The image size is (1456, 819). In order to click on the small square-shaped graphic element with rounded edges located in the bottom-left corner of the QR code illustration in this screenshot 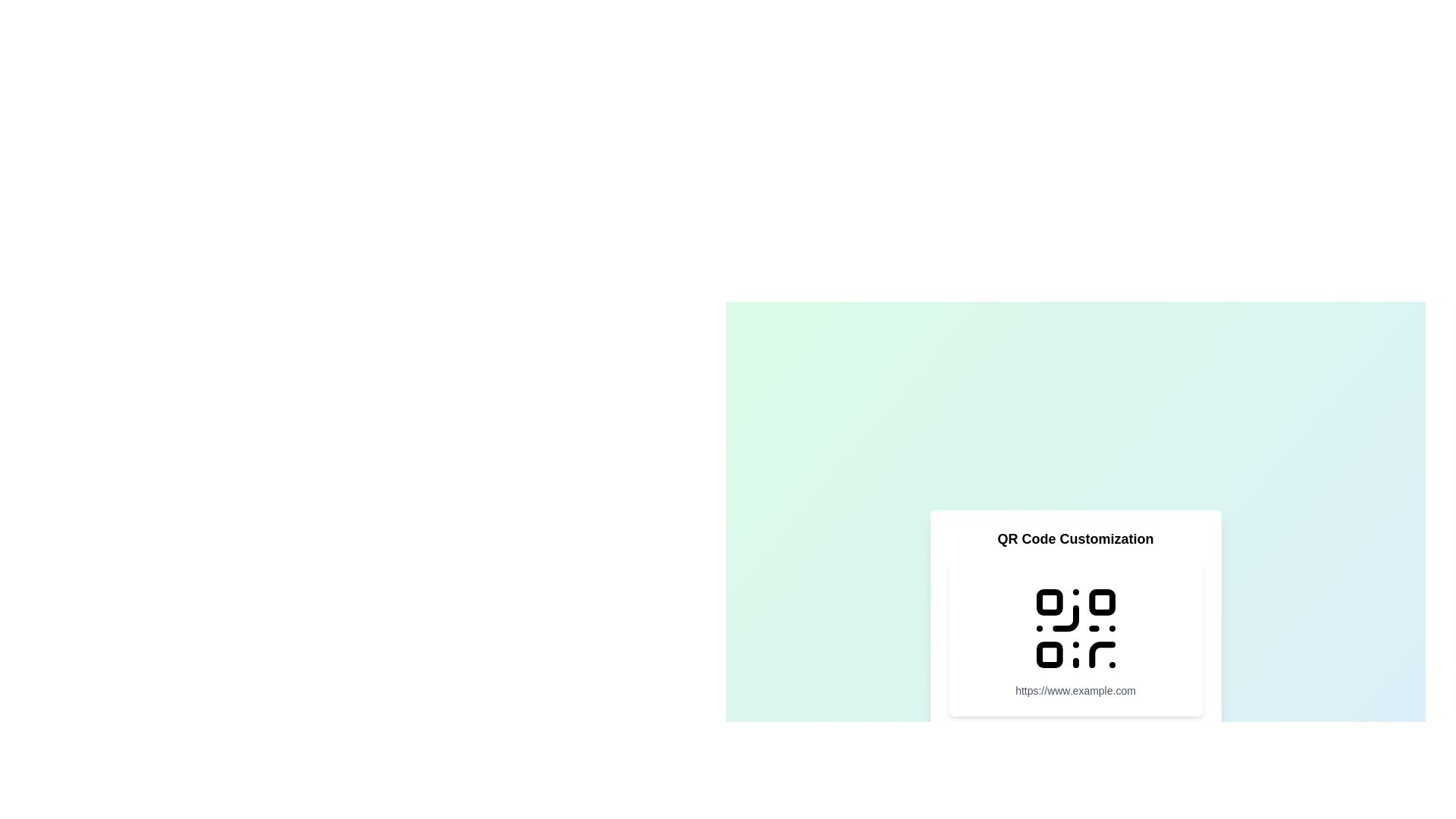, I will do `click(1048, 654)`.